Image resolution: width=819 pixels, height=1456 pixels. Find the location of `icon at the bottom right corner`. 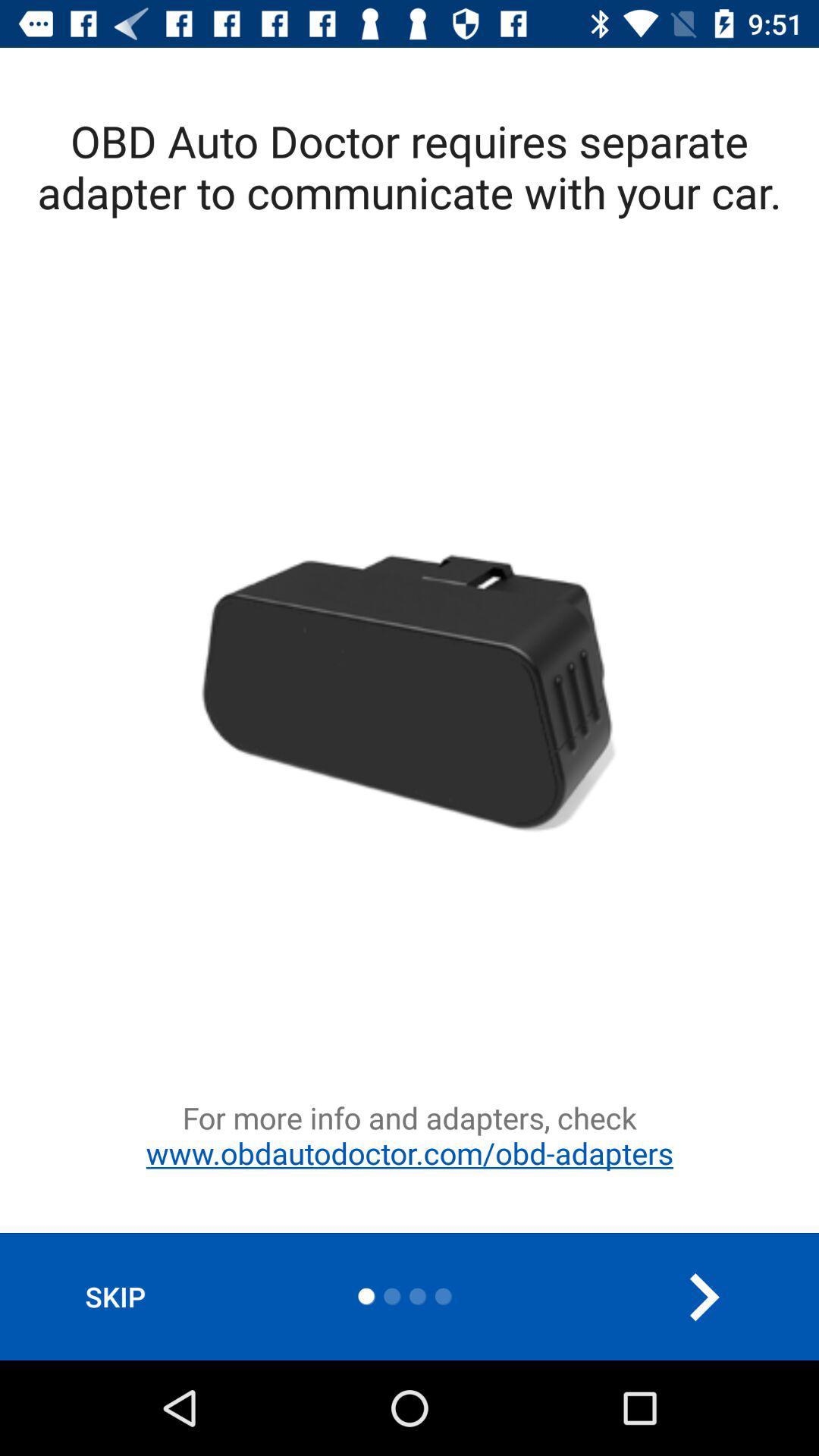

icon at the bottom right corner is located at coordinates (703, 1296).